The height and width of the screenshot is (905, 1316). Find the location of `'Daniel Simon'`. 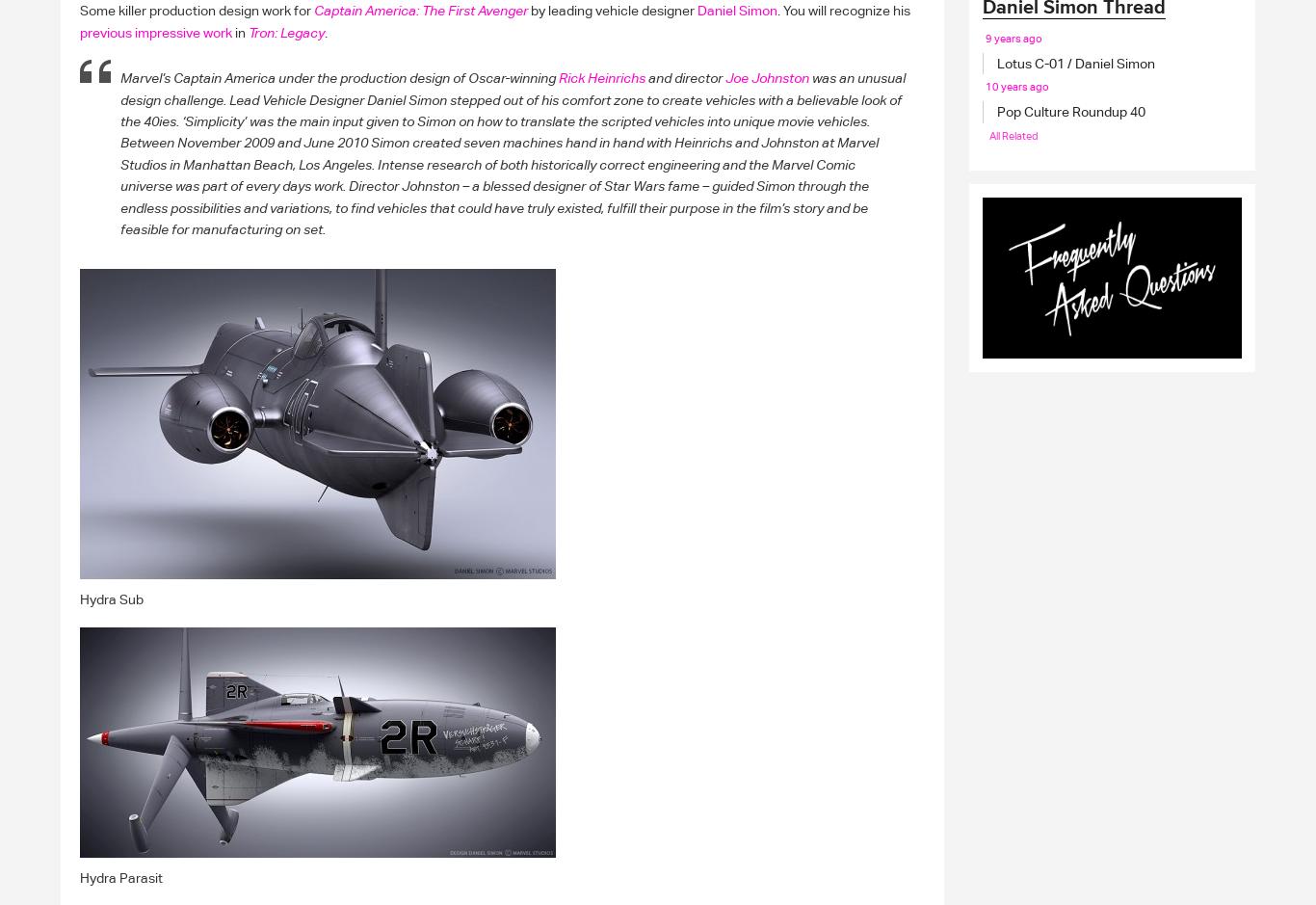

'Daniel Simon' is located at coordinates (737, 10).